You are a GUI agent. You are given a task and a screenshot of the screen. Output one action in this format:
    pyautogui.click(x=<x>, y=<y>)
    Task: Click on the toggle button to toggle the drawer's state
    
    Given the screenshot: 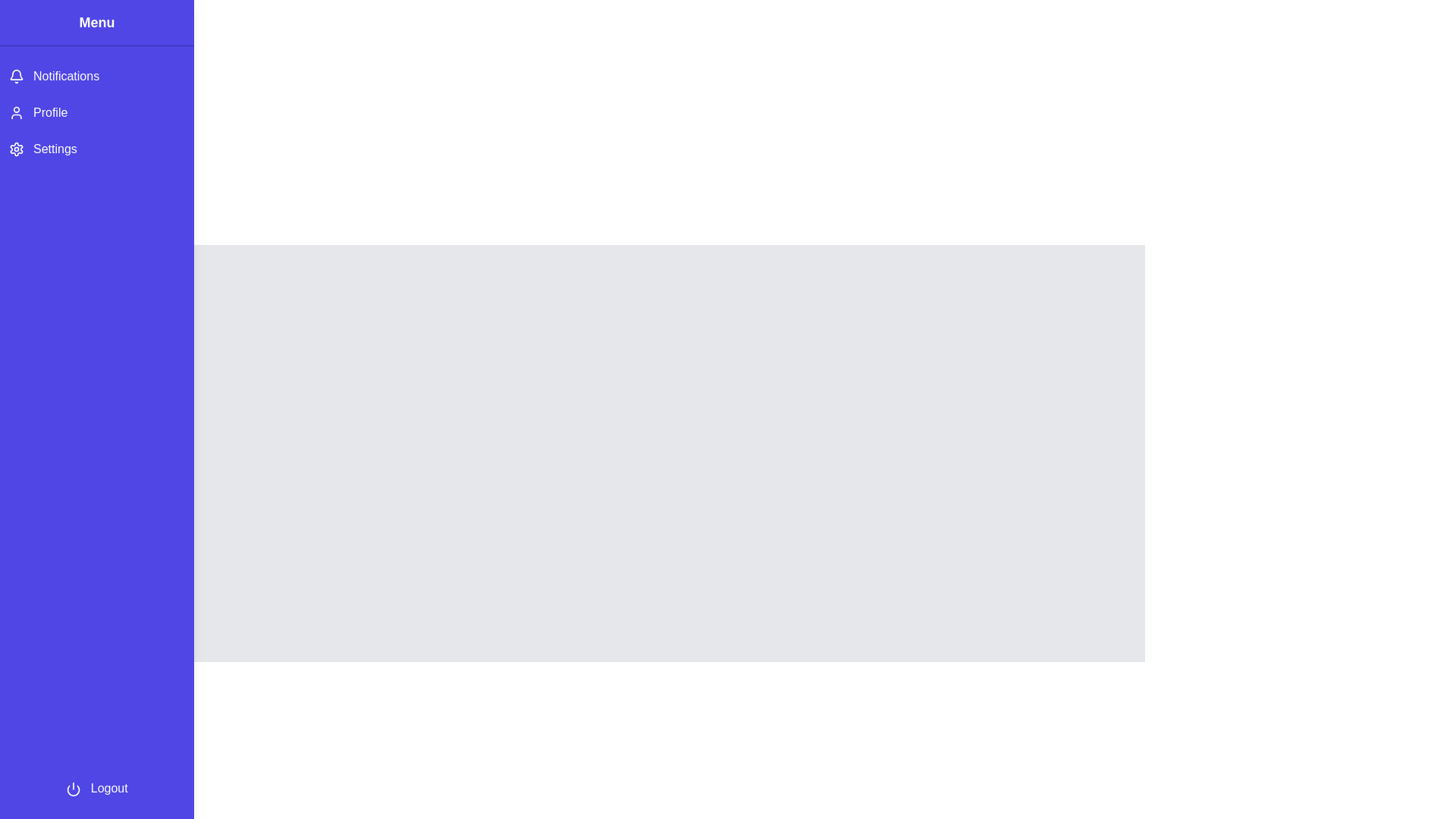 What is the action you would take?
    pyautogui.click(x=22, y=30)
    